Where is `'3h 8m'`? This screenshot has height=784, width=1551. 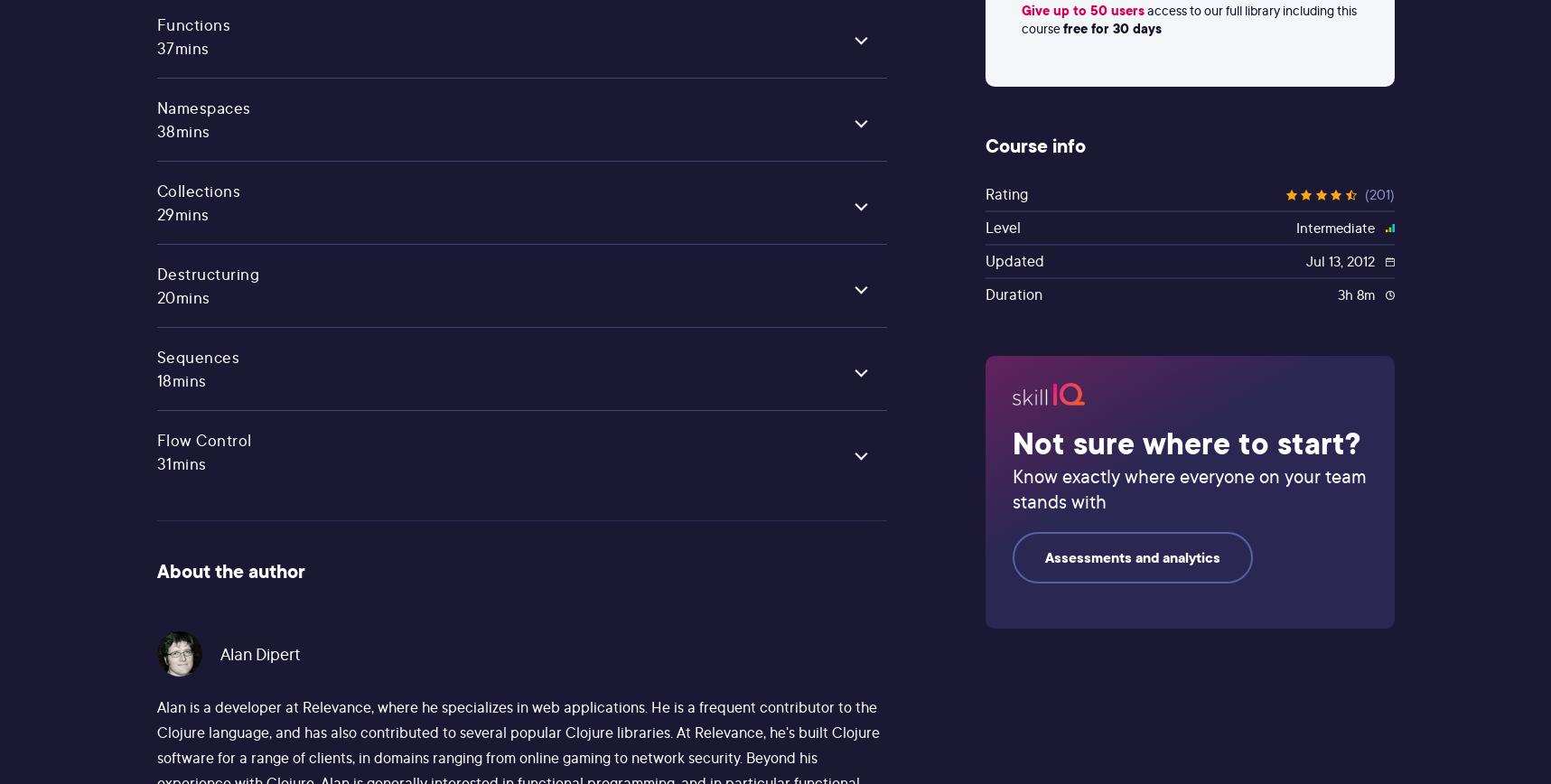 '3h 8m' is located at coordinates (1357, 294).